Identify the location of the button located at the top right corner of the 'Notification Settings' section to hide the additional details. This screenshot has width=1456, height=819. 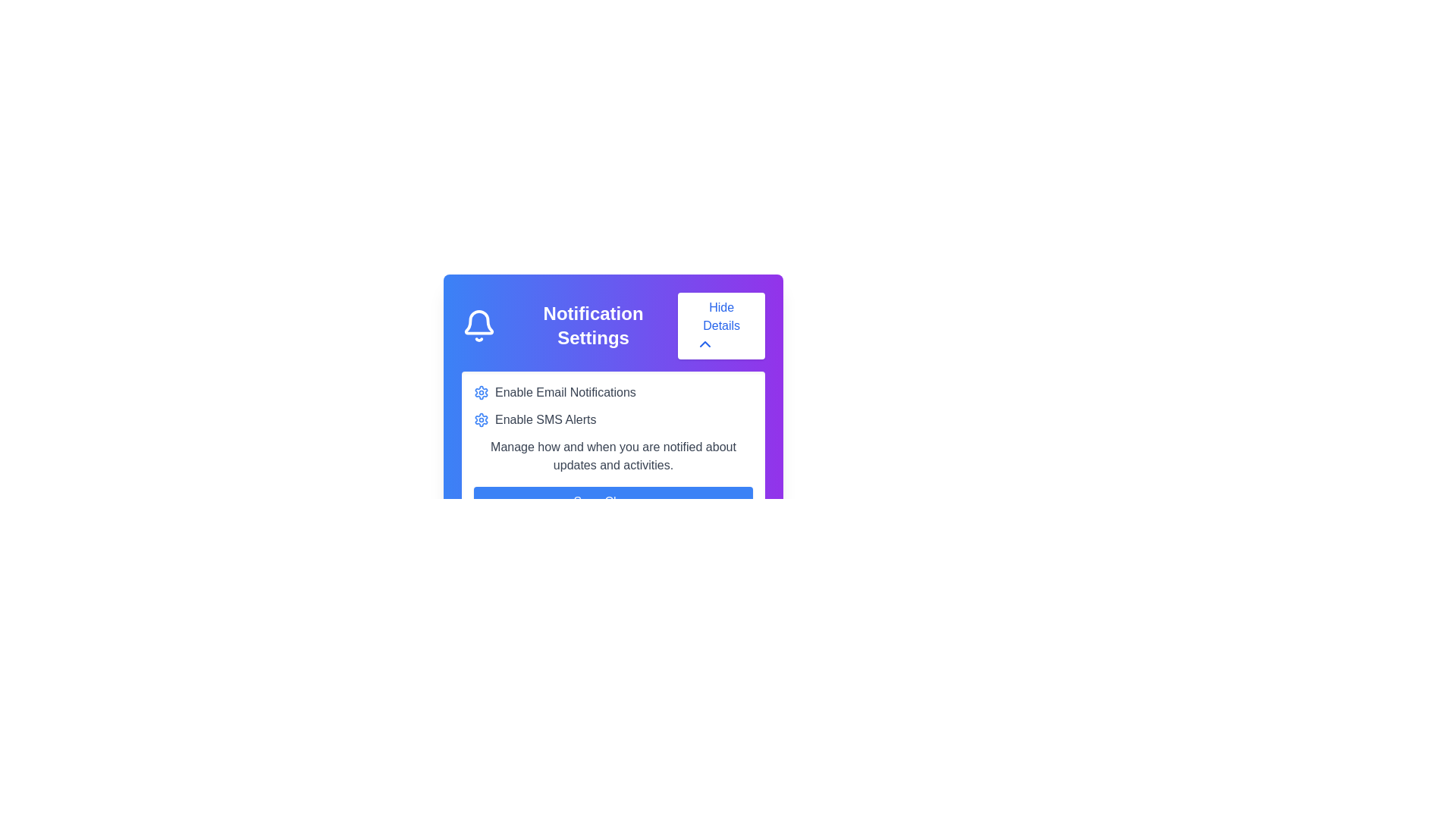
(720, 325).